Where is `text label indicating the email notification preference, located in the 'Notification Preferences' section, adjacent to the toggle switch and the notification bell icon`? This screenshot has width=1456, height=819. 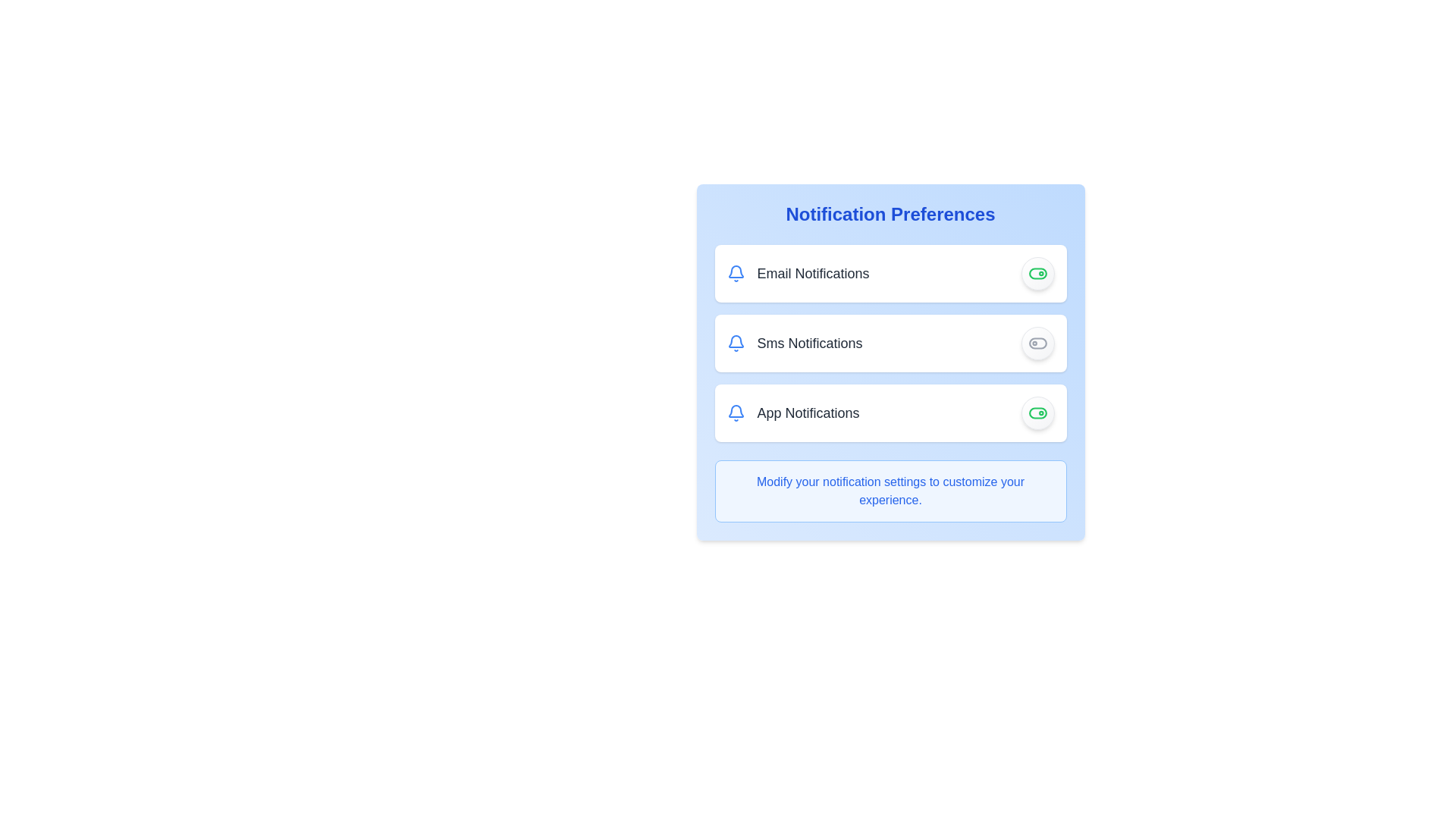
text label indicating the email notification preference, located in the 'Notification Preferences' section, adjacent to the toggle switch and the notification bell icon is located at coordinates (812, 274).